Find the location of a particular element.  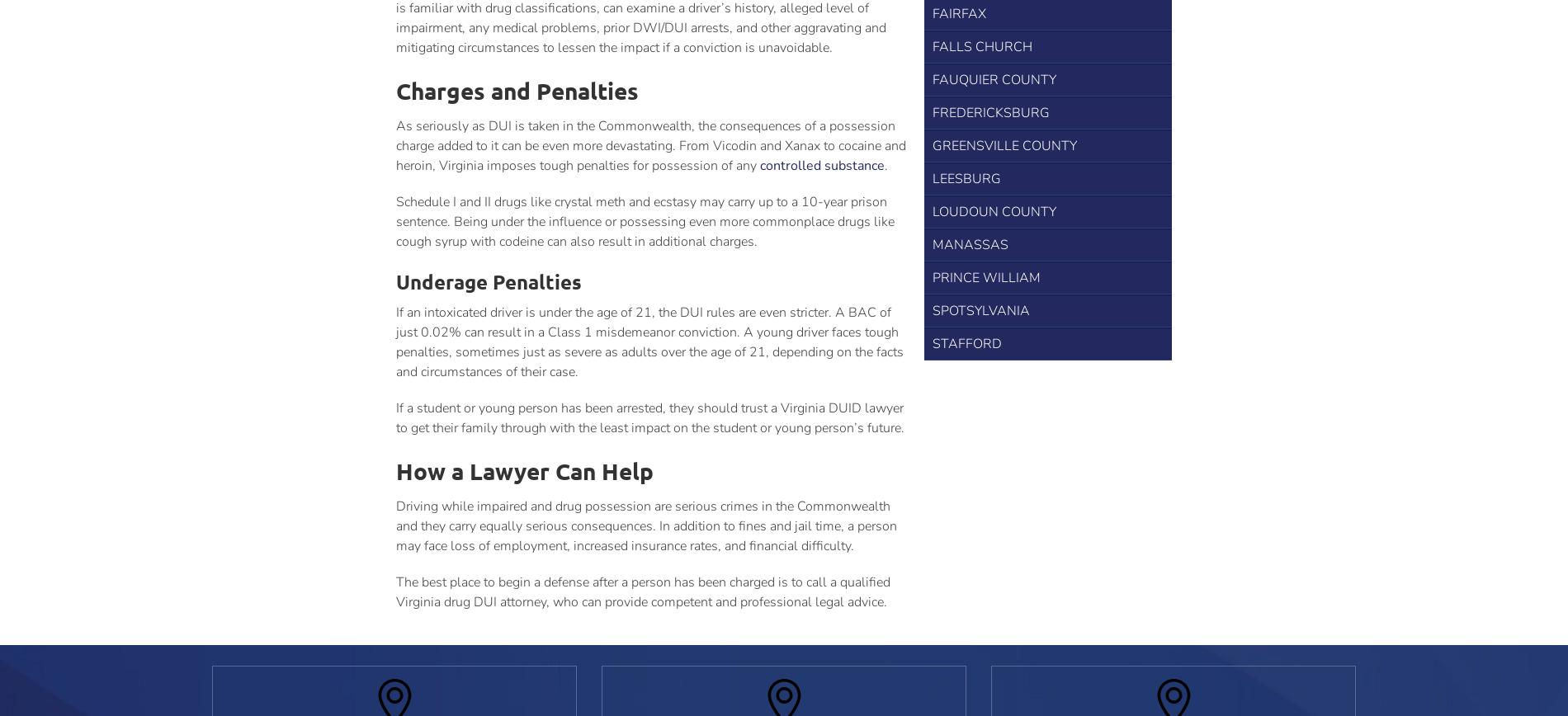

'As seriously as DUI is taken in the Commonwealth, the consequences of a possession charge added to it can be even more devastating. From Vicodin and Xanax to cocaine and heroin, Virginia imposes tough penalties for possession of any' is located at coordinates (650, 145).